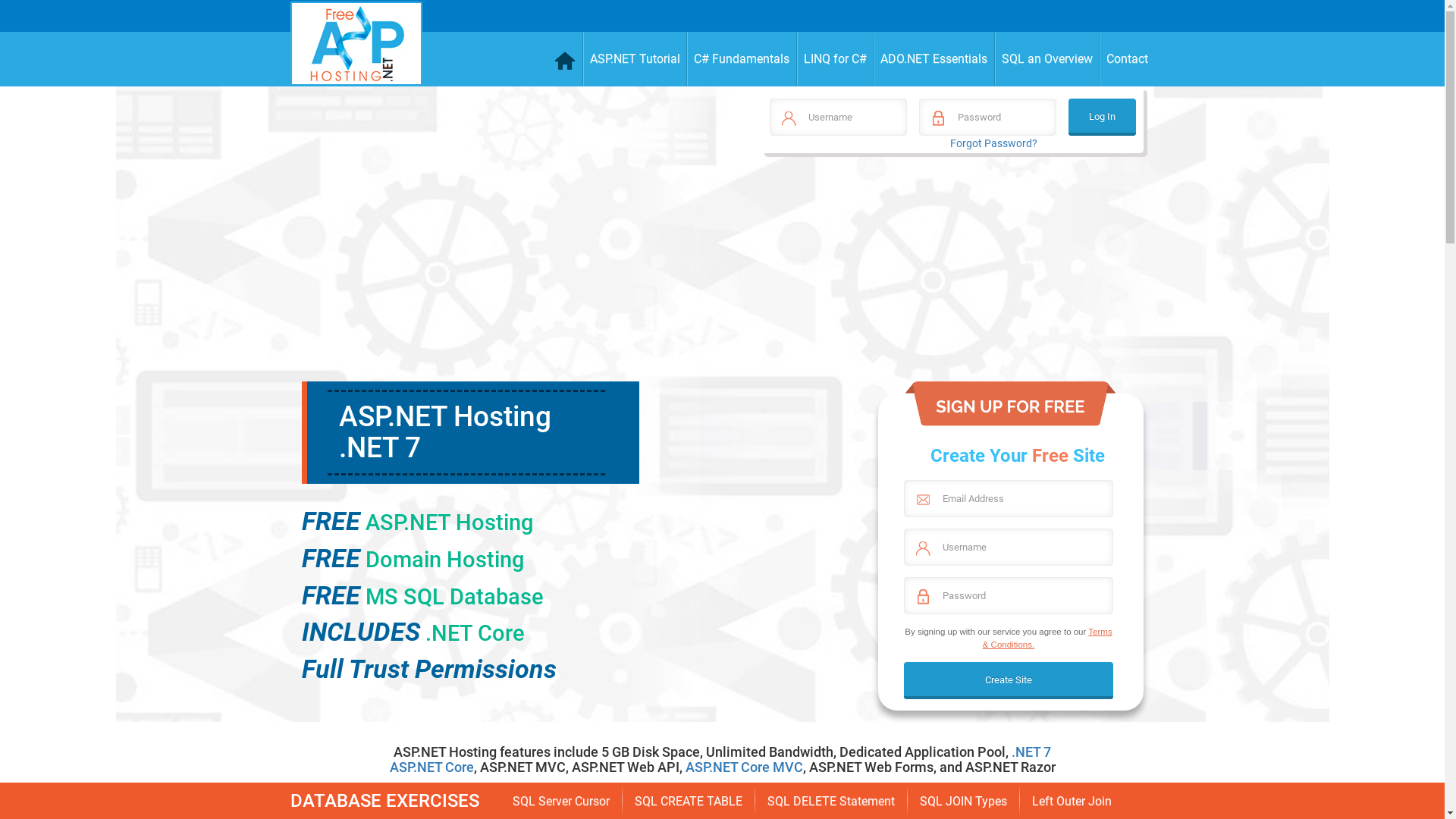 Image resolution: width=1456 pixels, height=819 pixels. I want to click on 'Create Site', so click(1009, 679).